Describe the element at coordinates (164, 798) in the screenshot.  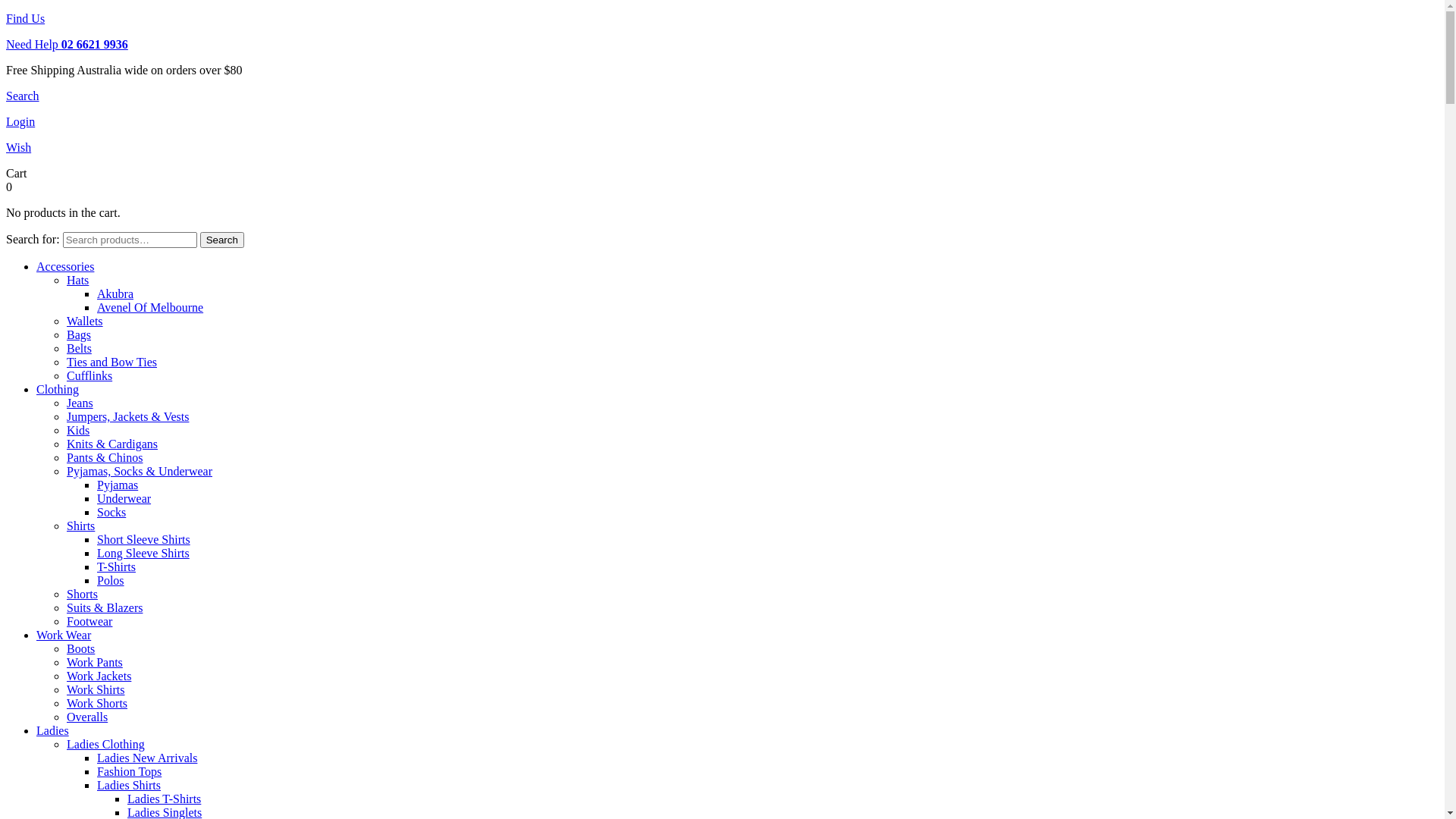
I see `'Ladies T-Shirts'` at that location.